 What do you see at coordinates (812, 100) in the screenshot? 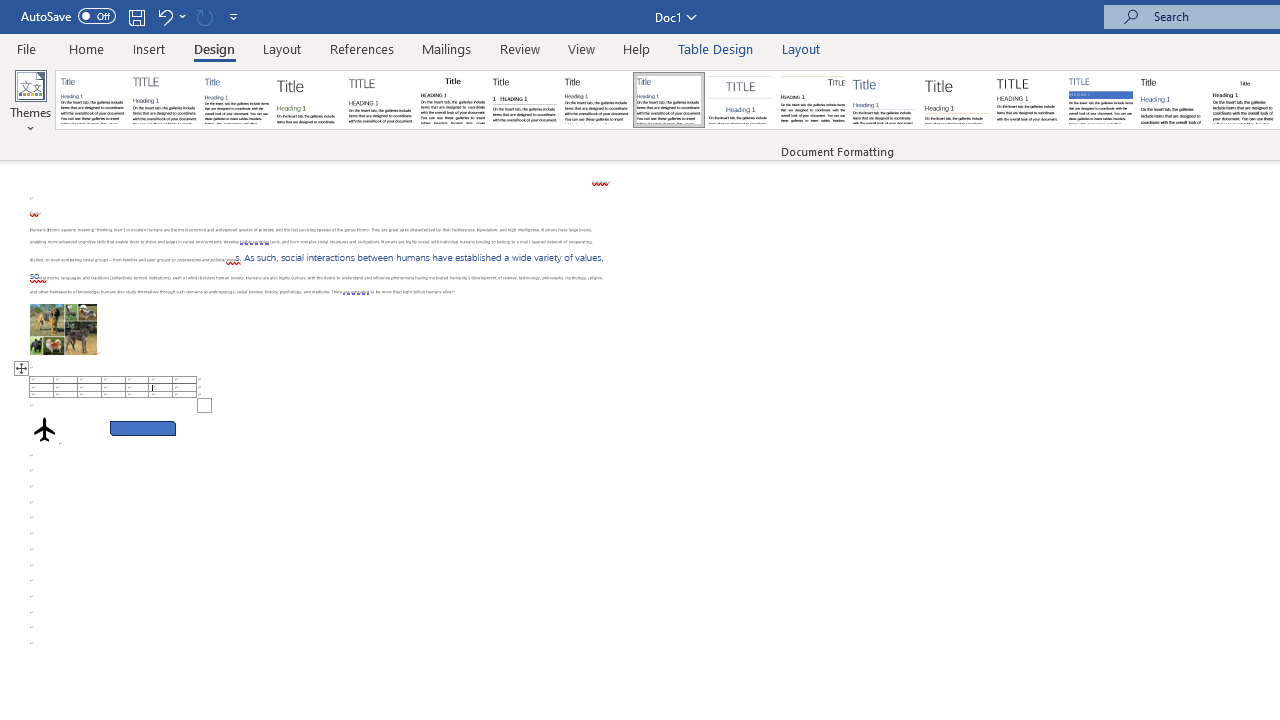
I see `'Lines (Distinctive)'` at bounding box center [812, 100].